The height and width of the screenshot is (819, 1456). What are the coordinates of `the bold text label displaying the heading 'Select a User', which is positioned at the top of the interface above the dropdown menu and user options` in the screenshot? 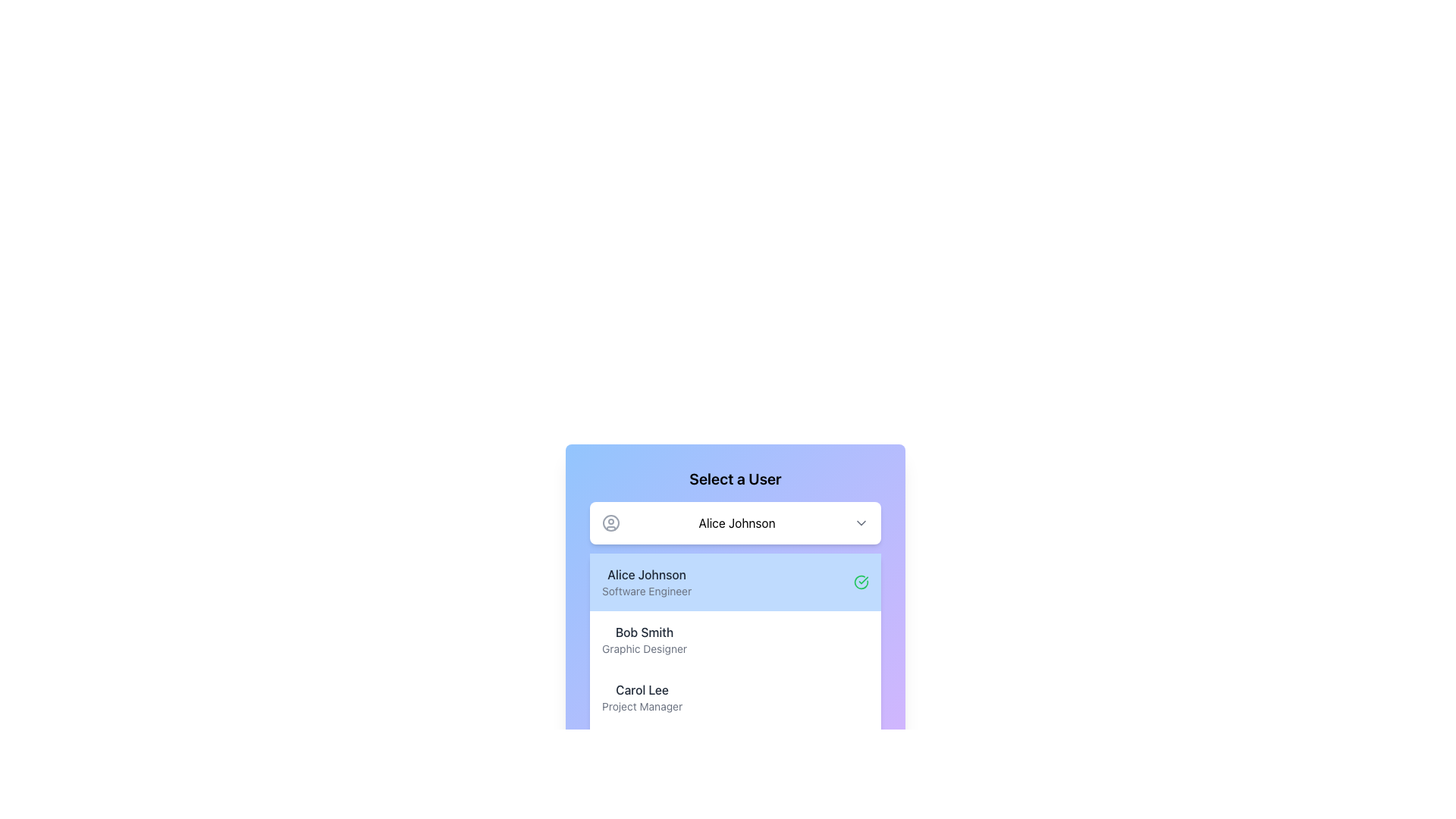 It's located at (735, 479).